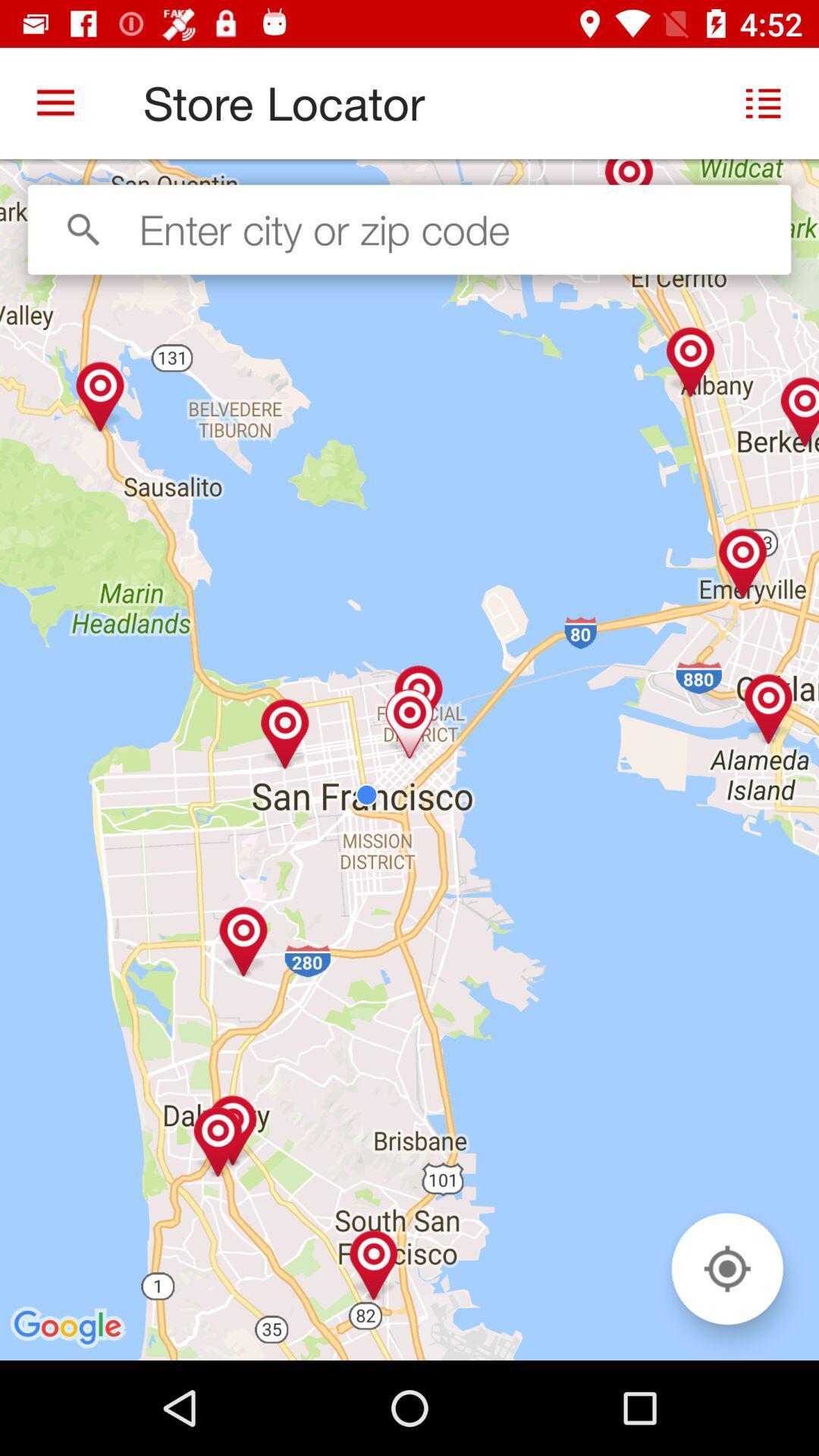  What do you see at coordinates (726, 1269) in the screenshot?
I see `icon at the bottom right corner` at bounding box center [726, 1269].